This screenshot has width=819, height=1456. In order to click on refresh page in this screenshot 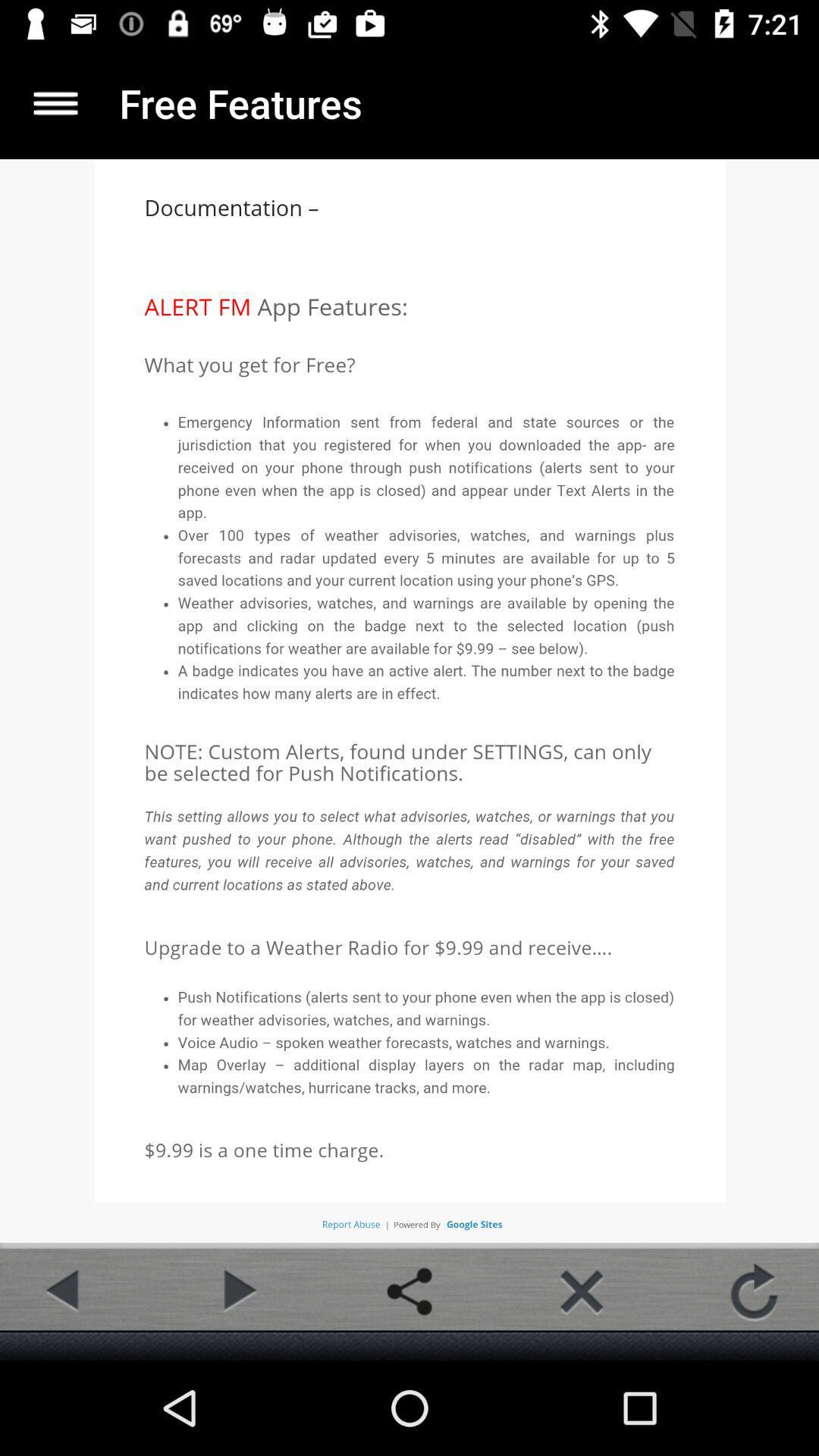, I will do `click(754, 1291)`.